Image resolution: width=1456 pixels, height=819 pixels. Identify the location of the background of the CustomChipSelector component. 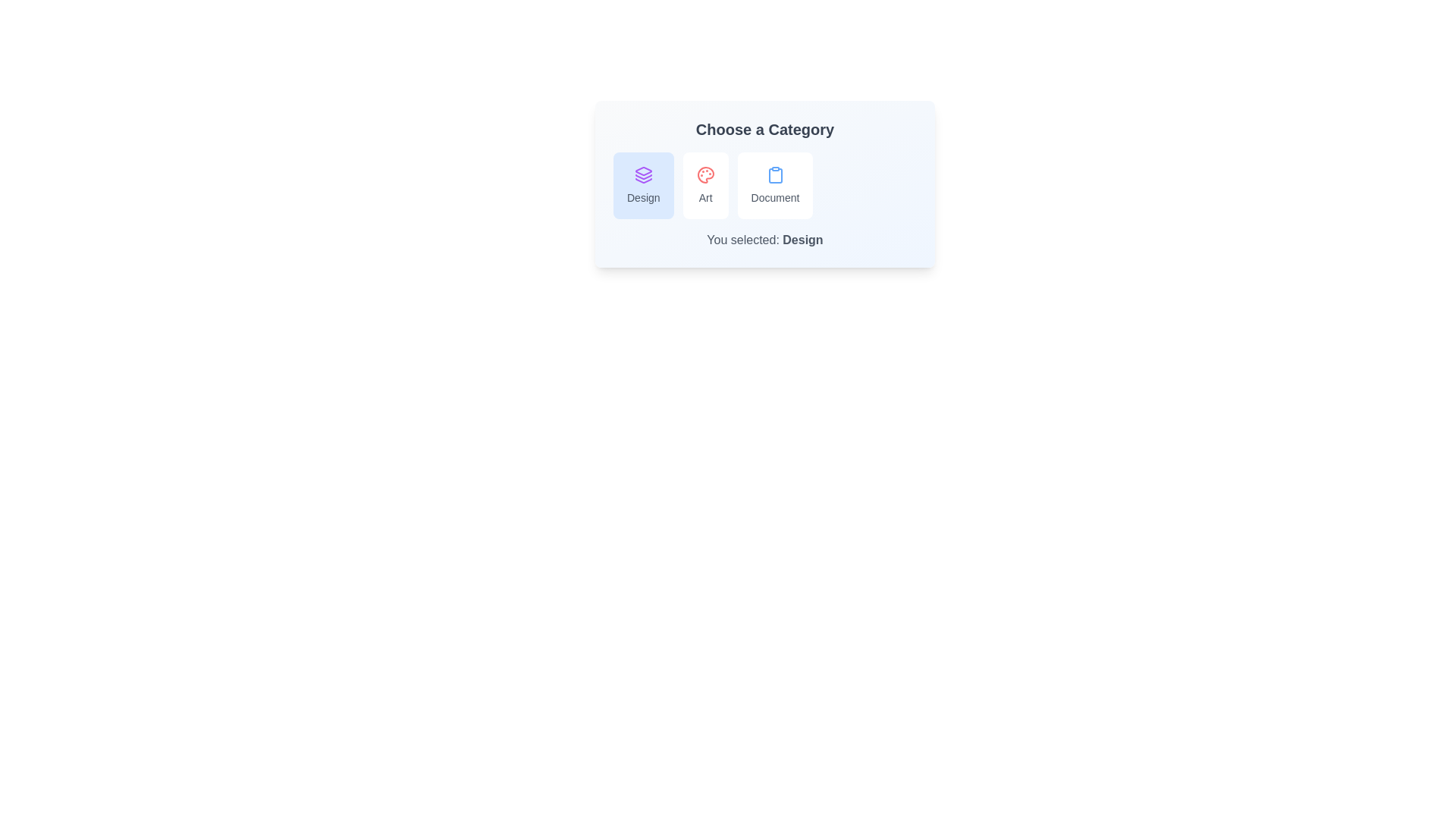
(764, 328).